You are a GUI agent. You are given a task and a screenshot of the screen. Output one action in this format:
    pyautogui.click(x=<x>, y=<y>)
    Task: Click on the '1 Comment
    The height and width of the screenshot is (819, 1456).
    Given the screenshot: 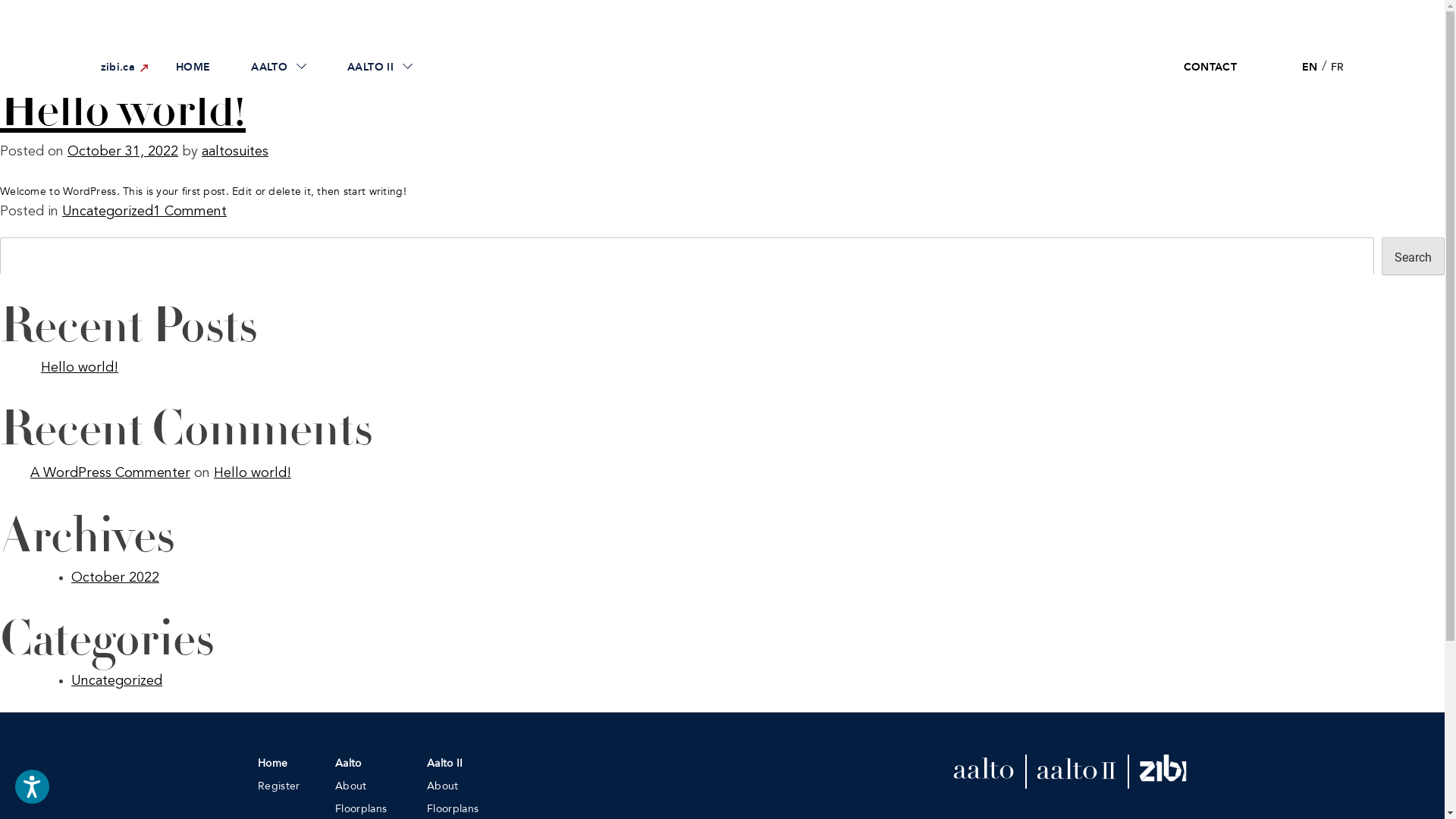 What is the action you would take?
    pyautogui.click(x=189, y=211)
    